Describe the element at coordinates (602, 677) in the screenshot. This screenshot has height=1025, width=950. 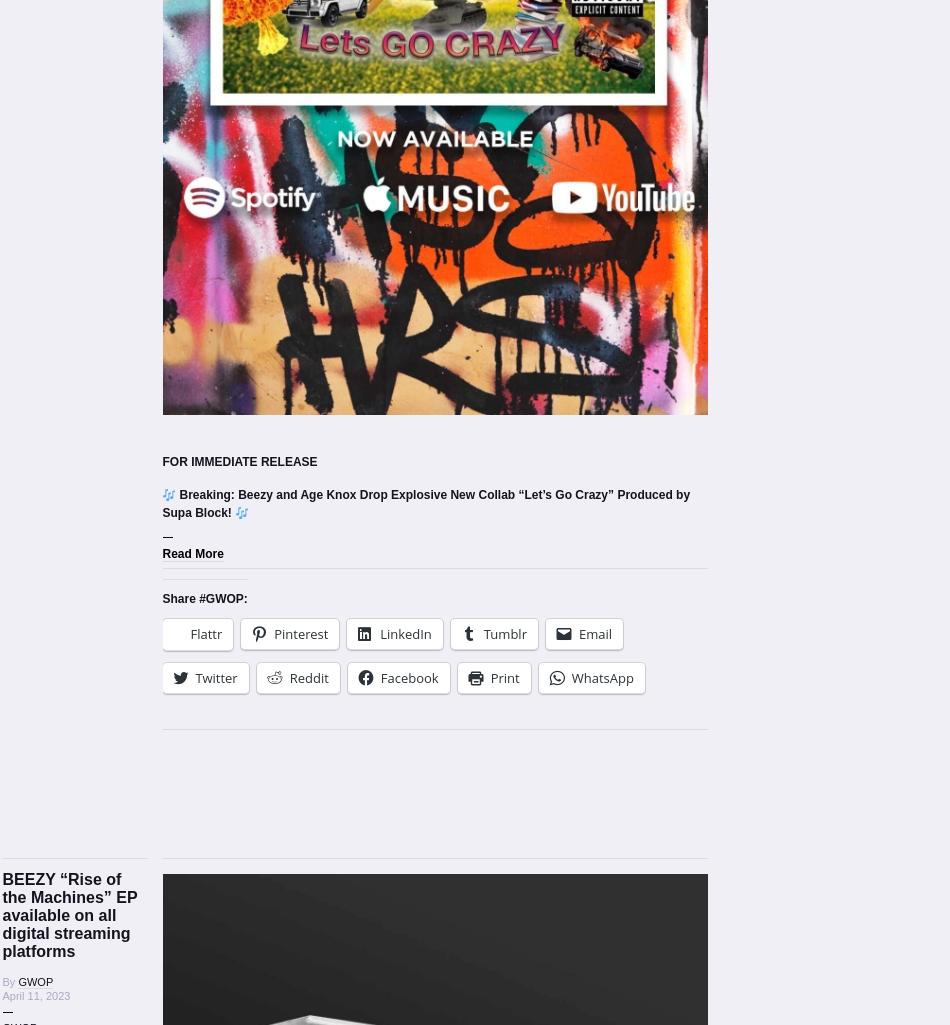
I see `'WhatsApp'` at that location.